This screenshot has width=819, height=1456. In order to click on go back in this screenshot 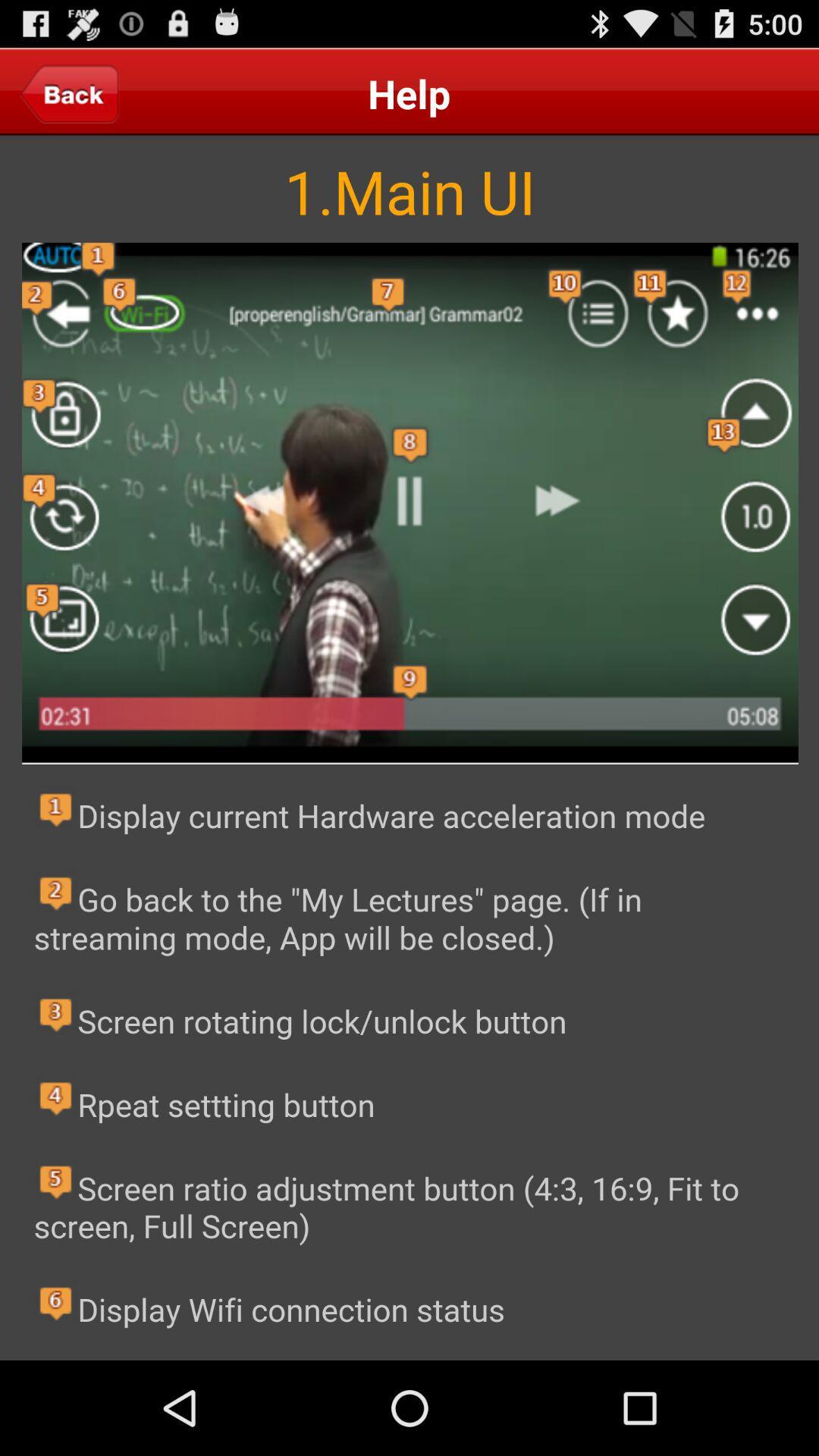, I will do `click(69, 93)`.